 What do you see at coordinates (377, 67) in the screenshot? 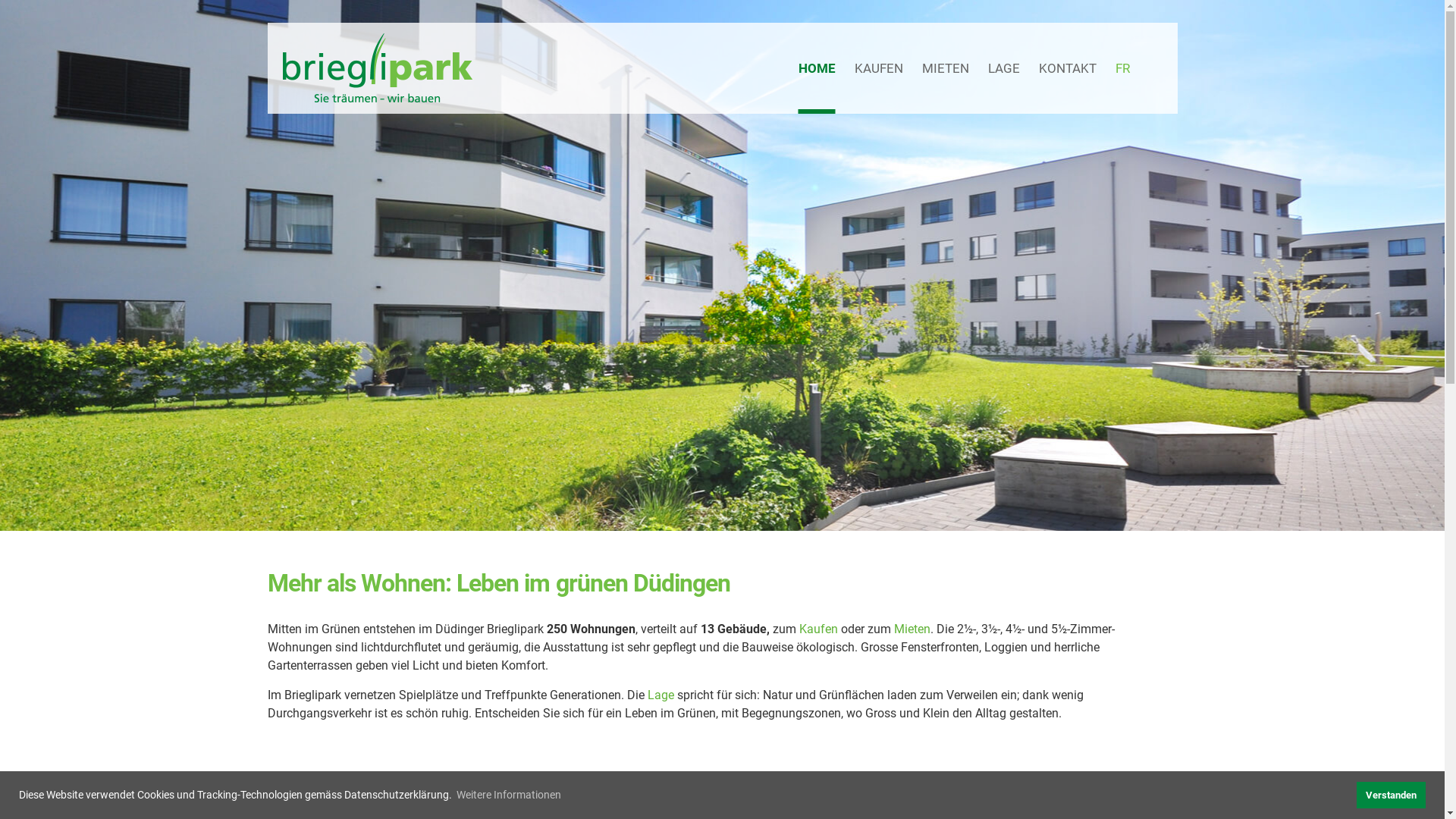
I see `'Brieglipark'` at bounding box center [377, 67].